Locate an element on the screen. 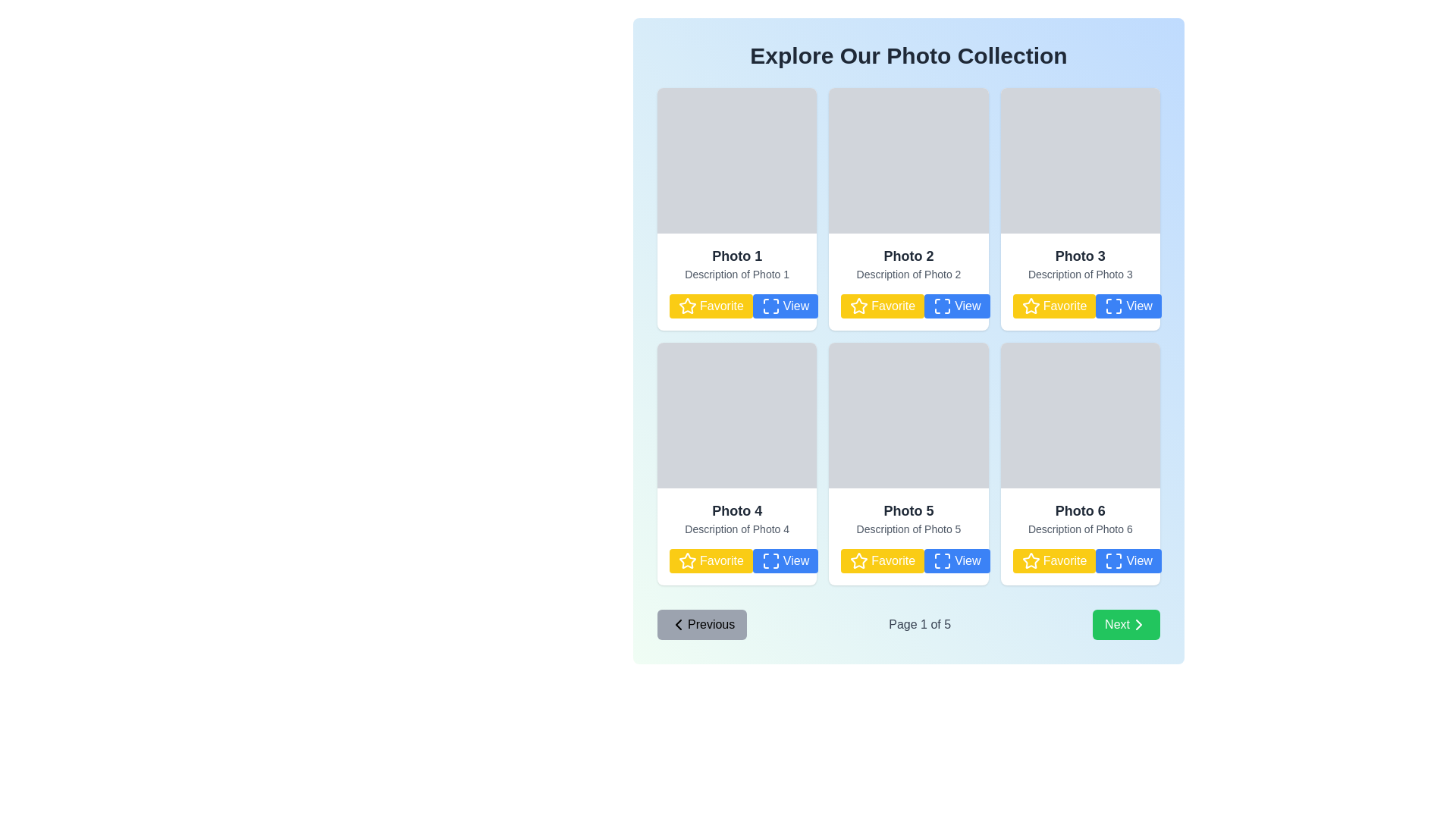  the image placeholder in the fifth card labeled 'Photo 5' with the description 'Description of Photo 5' is located at coordinates (908, 415).